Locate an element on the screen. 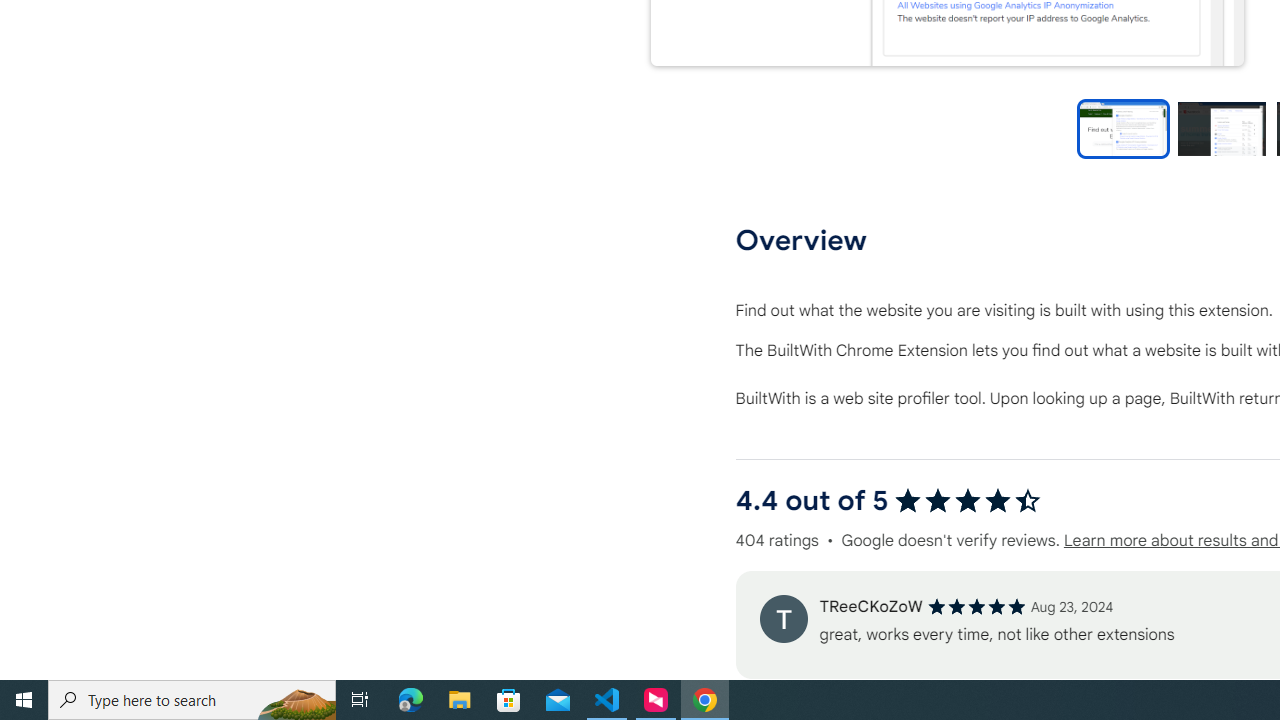 This screenshot has height=720, width=1280. '4.4 out of 5 stars' is located at coordinates (967, 499).